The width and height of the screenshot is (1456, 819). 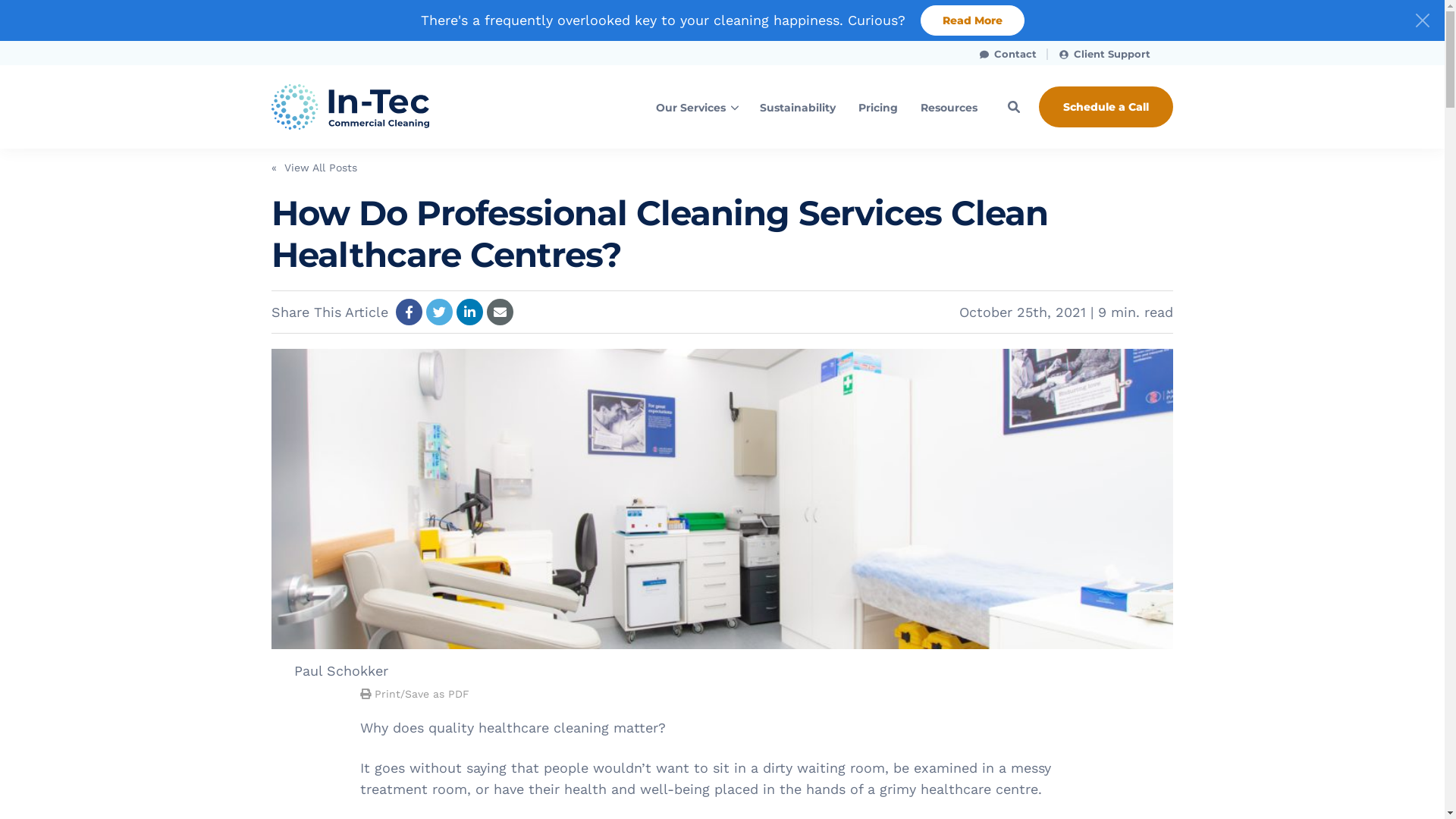 I want to click on 'Share on Linkedin', so click(x=455, y=311).